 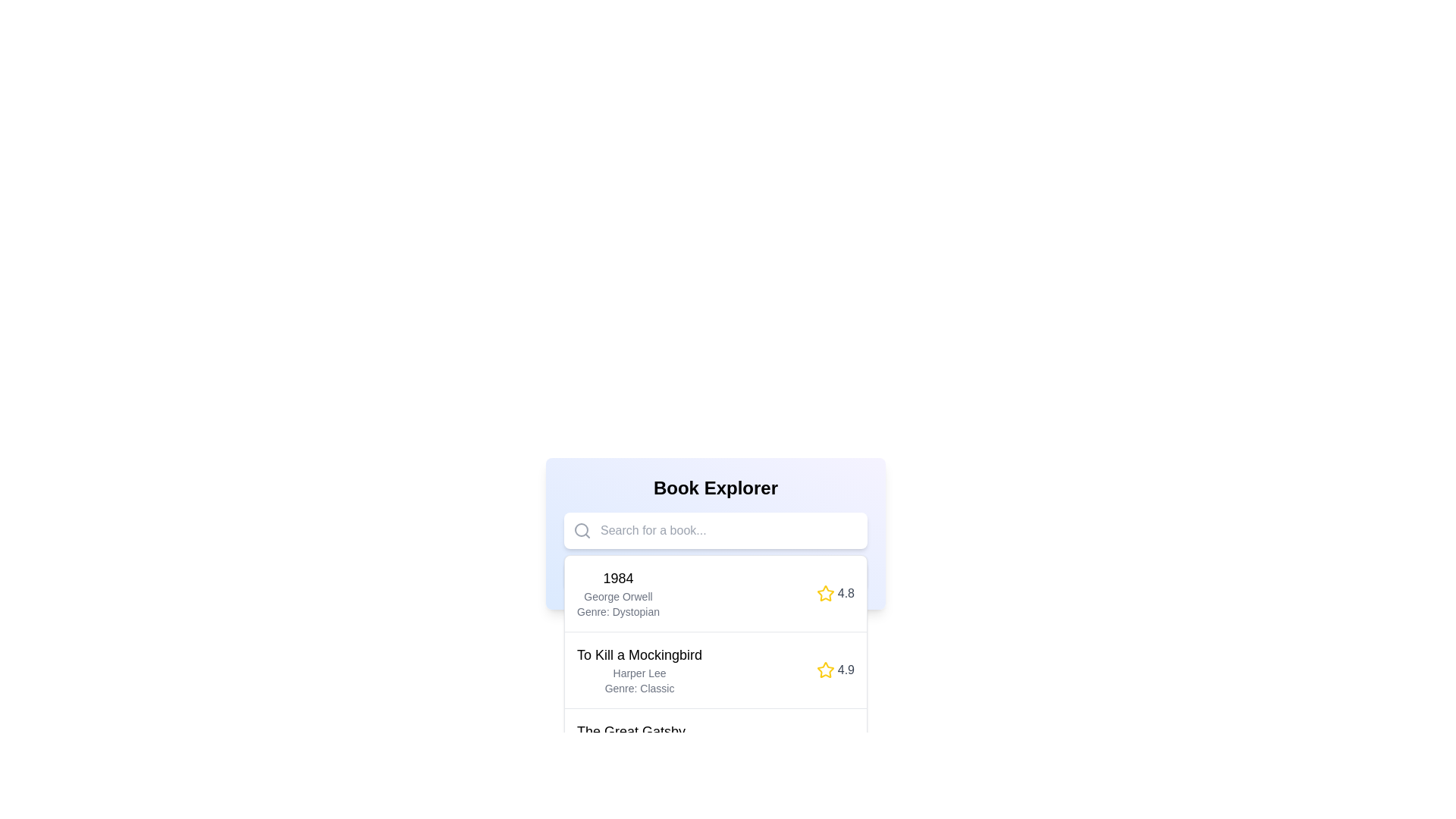 I want to click on the Text Label displaying the rating value '4.8' next to the yellow star icon in the 'Book Explorer' application, which is part of the rating display for the first book entry (1984), so click(x=845, y=593).